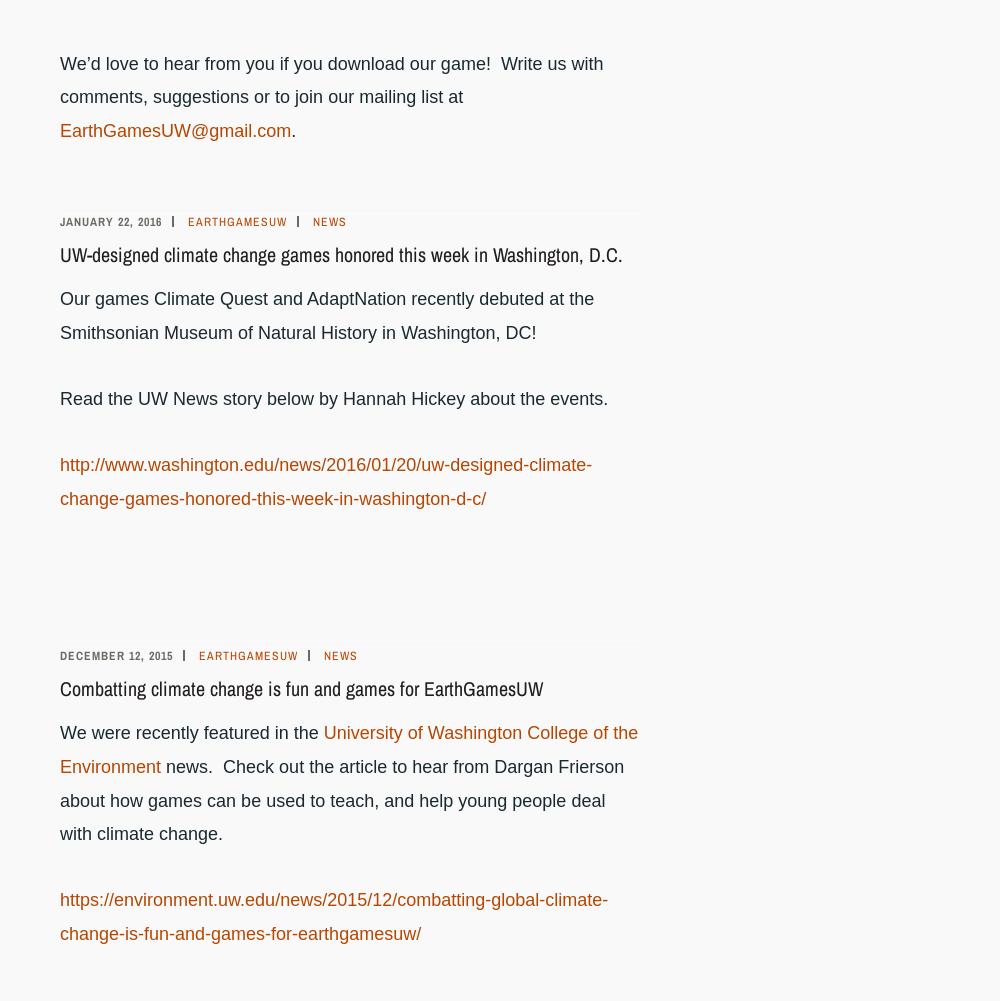 The width and height of the screenshot is (1000, 1001). Describe the element at coordinates (348, 749) in the screenshot. I see `'College of the Environment'` at that location.